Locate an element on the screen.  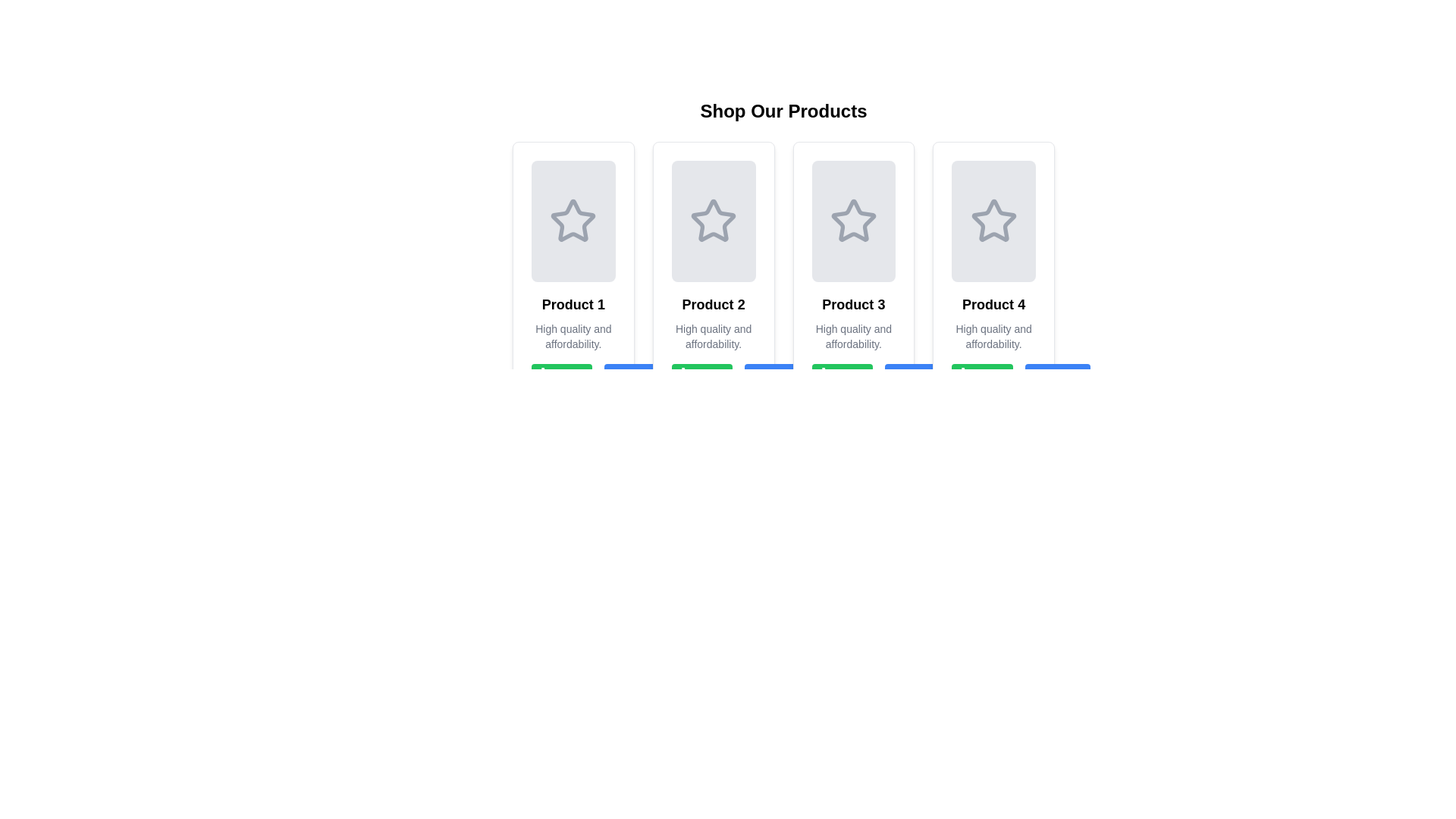
the heart-shaped icon located in the third product card is located at coordinates (839, 375).